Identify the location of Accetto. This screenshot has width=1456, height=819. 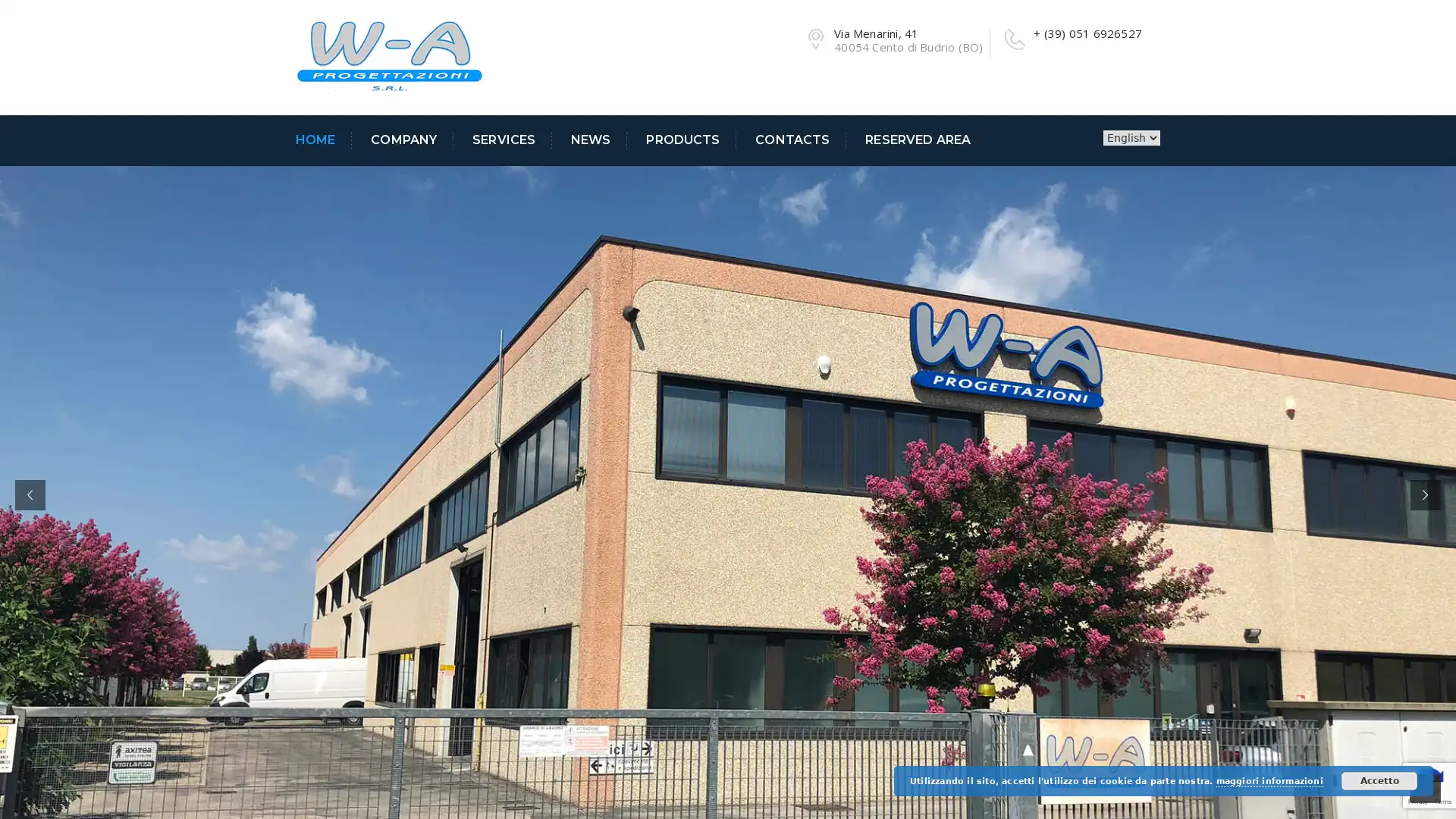
(1379, 780).